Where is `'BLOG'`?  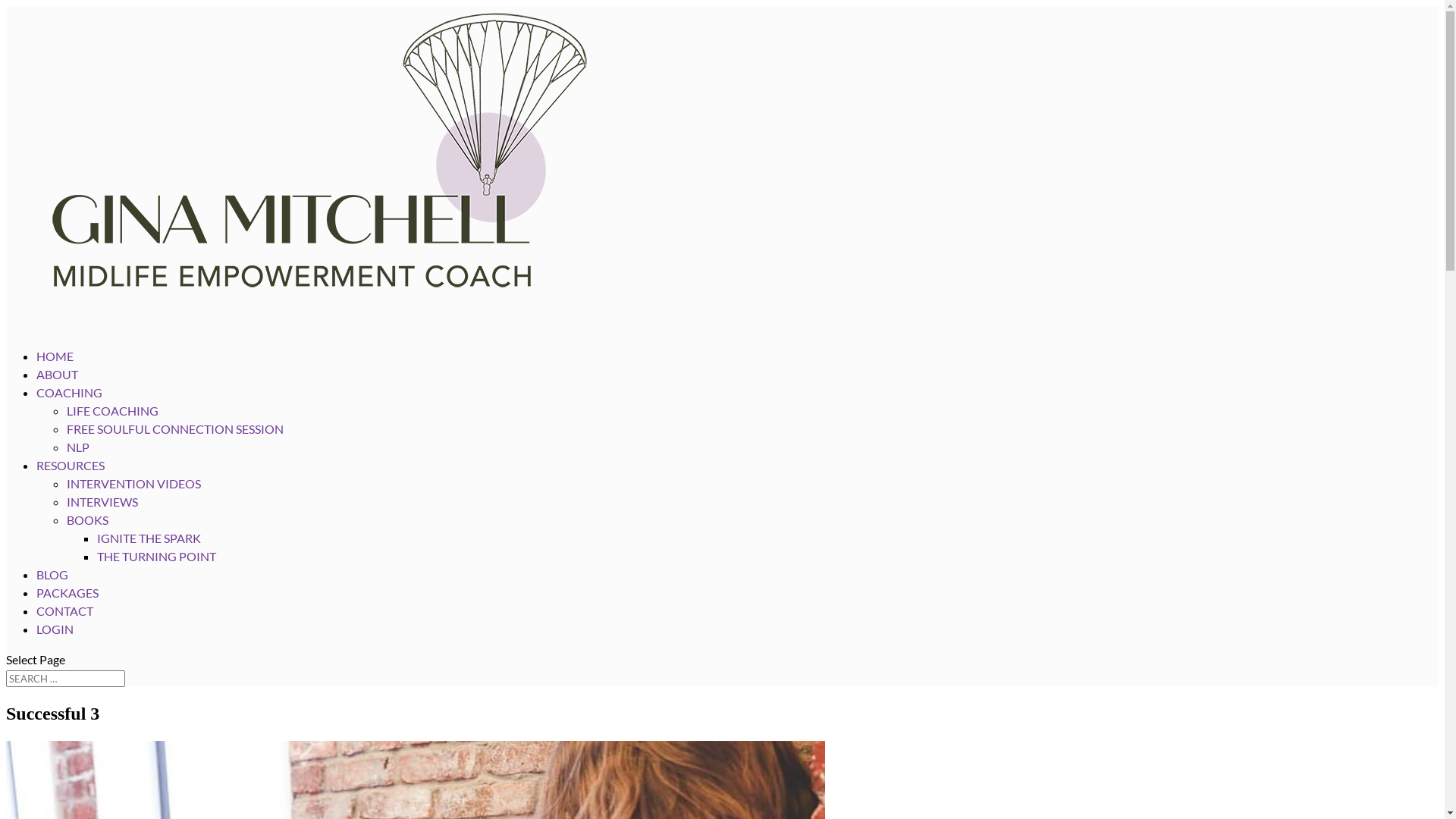 'BLOG' is located at coordinates (52, 590).